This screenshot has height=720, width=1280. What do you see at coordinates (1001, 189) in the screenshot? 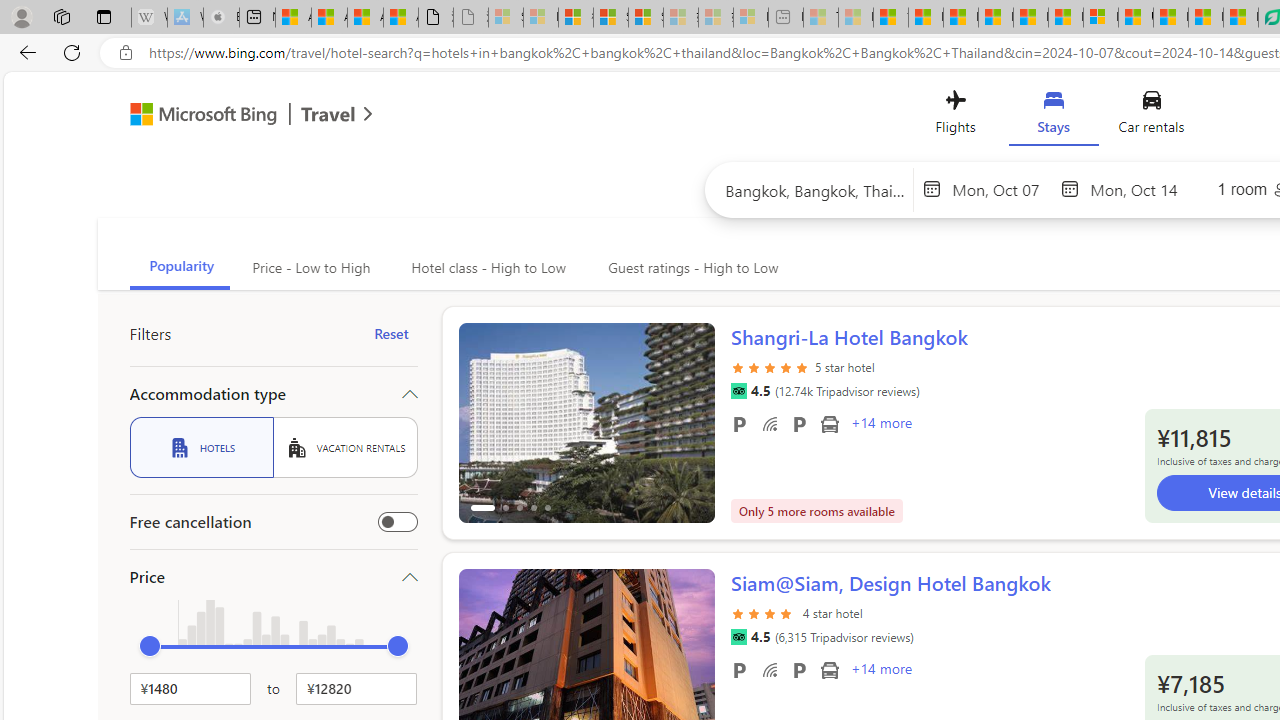
I see `'Start Date'` at bounding box center [1001, 189].